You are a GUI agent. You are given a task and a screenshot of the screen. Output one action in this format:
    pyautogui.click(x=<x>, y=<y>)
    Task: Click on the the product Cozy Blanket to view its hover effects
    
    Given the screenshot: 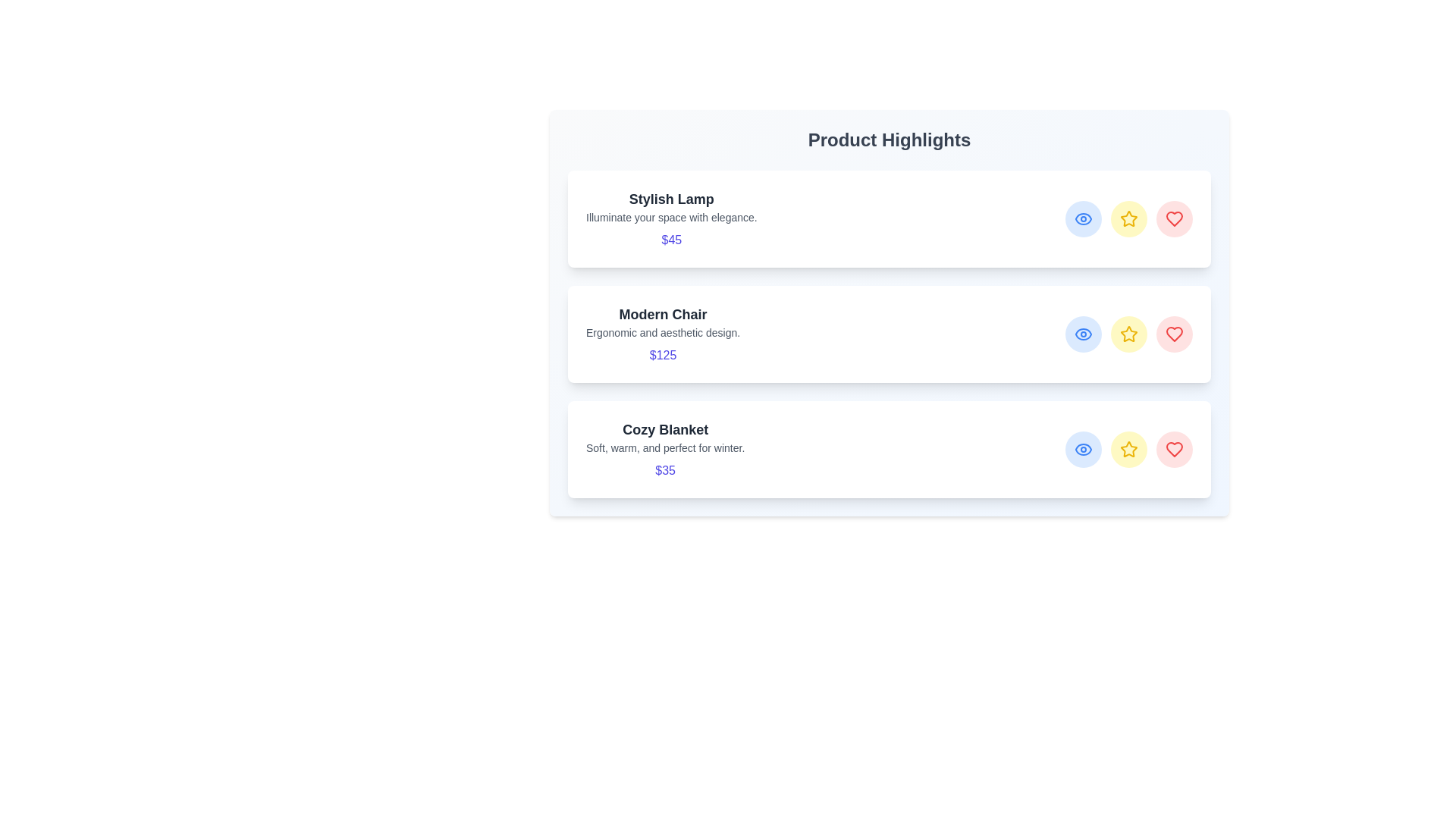 What is the action you would take?
    pyautogui.click(x=889, y=449)
    